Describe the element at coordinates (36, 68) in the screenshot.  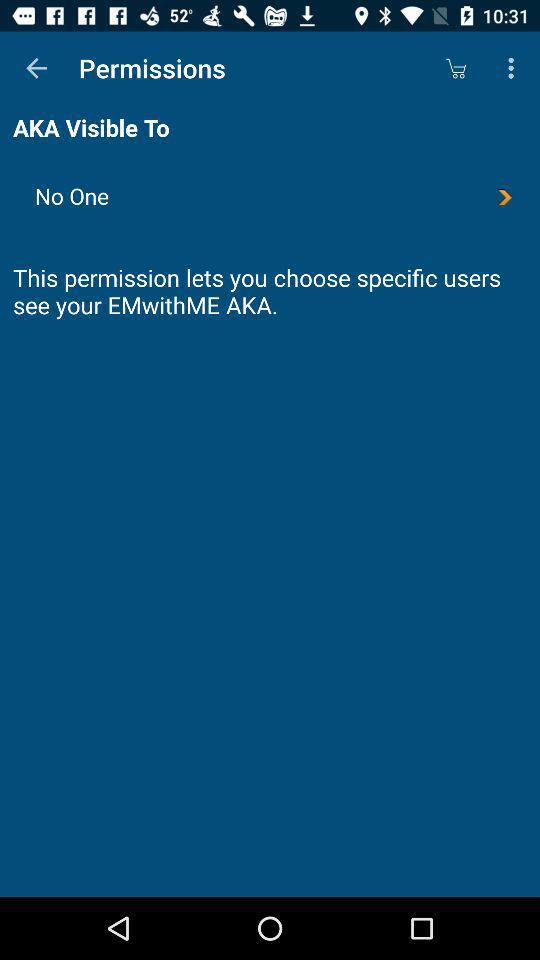
I see `the app next to the permissions` at that location.